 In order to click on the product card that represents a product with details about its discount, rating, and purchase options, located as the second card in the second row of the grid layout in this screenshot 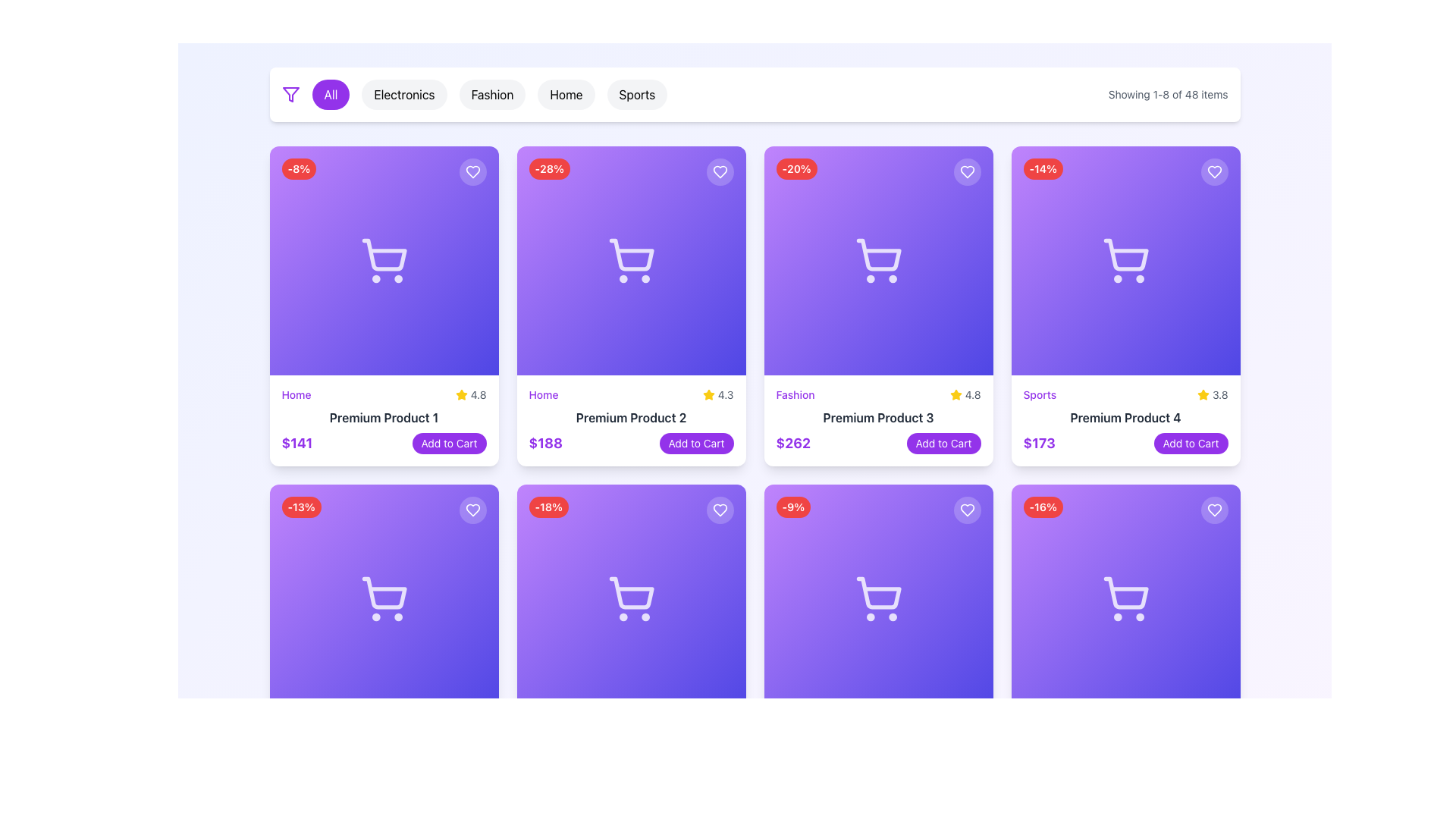, I will do `click(631, 644)`.